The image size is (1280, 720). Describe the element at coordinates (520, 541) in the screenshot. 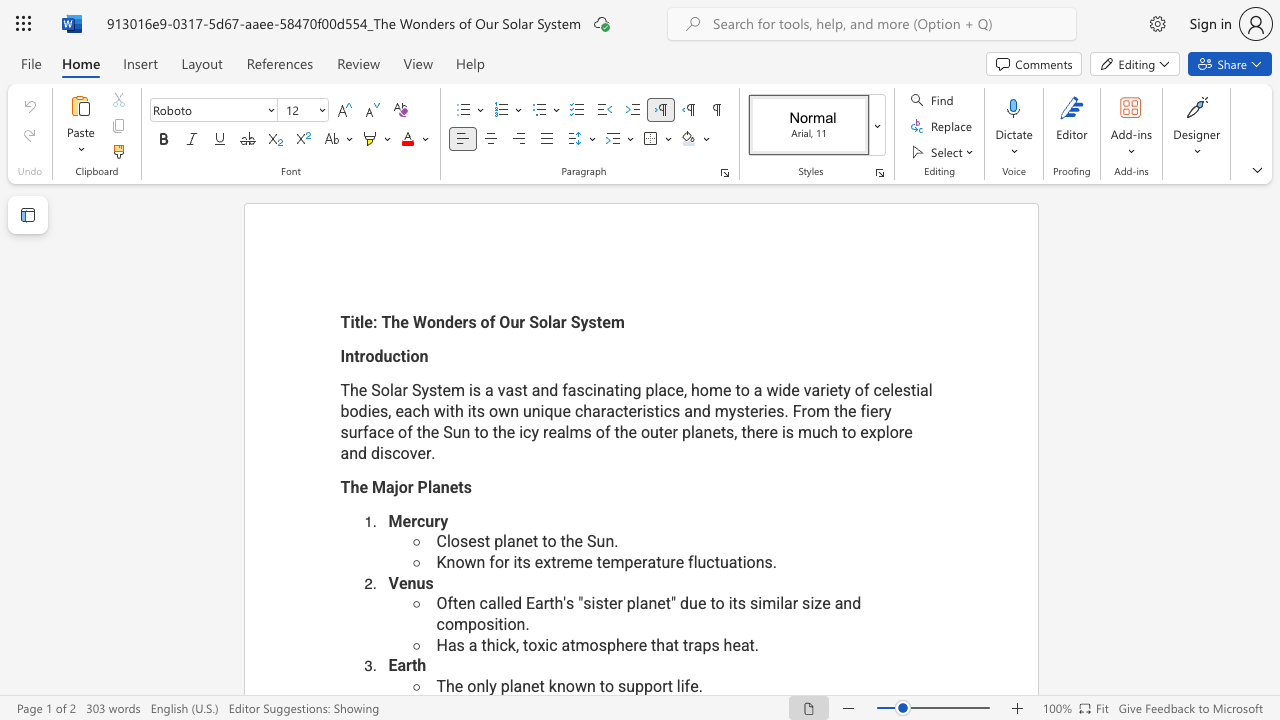

I see `the 1th character "n" in the text` at that location.